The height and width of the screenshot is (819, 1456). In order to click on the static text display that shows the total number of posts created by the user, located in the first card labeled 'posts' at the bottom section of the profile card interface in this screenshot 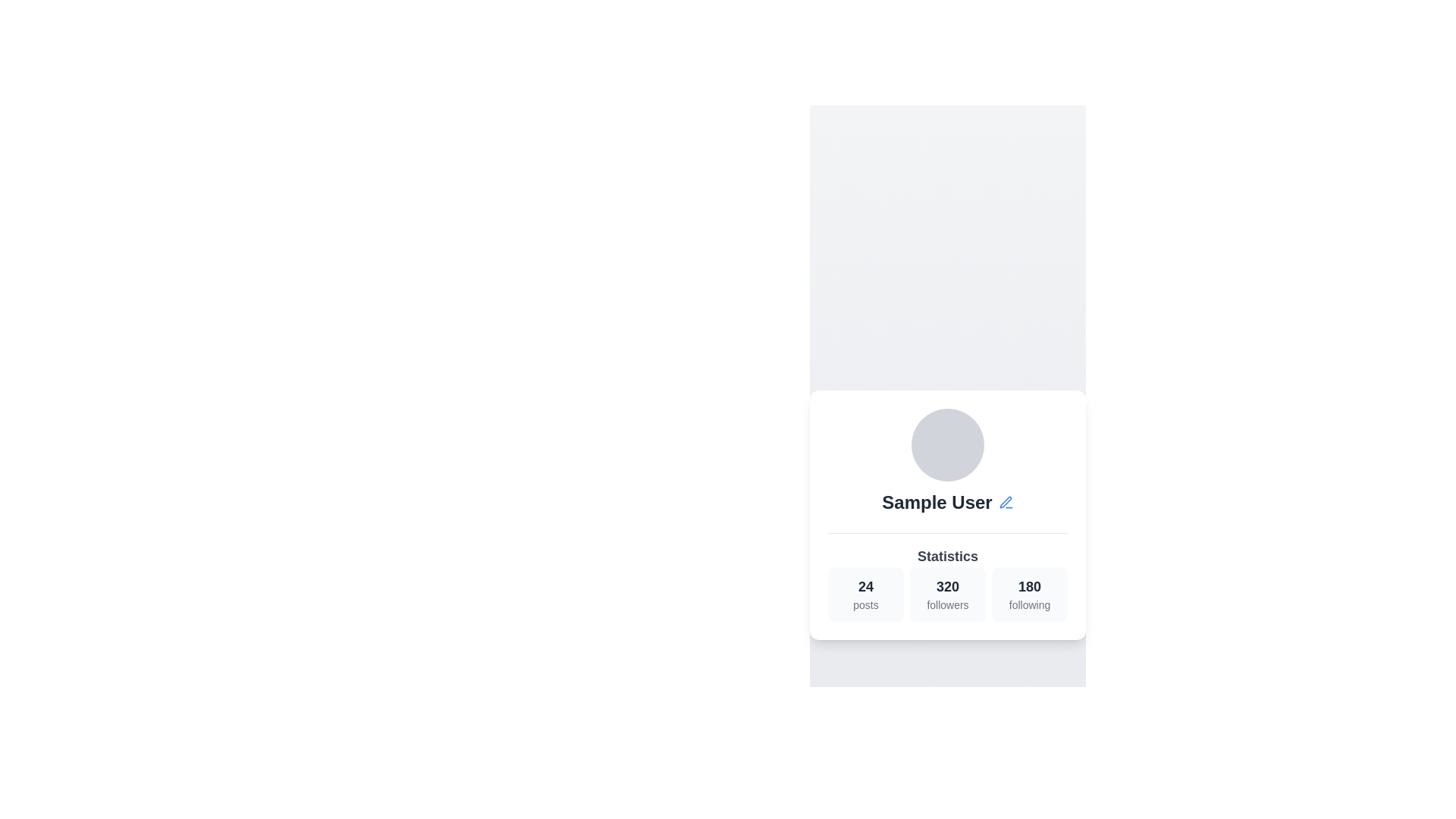, I will do `click(866, 585)`.